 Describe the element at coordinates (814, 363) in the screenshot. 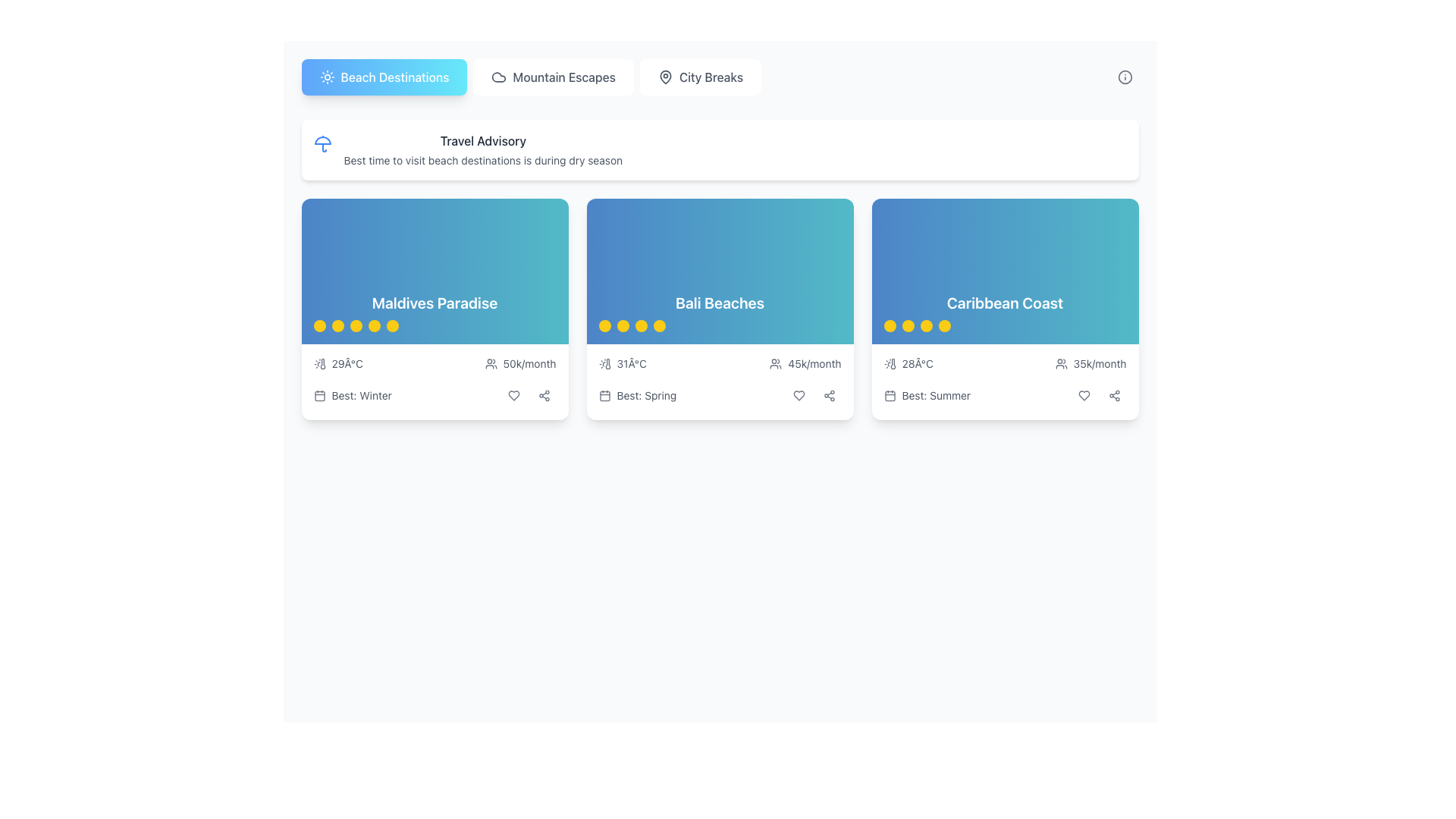

I see `the text label displaying '45k/month' in gray color, located in the metadata row below the 'Bali Beaches' card` at that location.